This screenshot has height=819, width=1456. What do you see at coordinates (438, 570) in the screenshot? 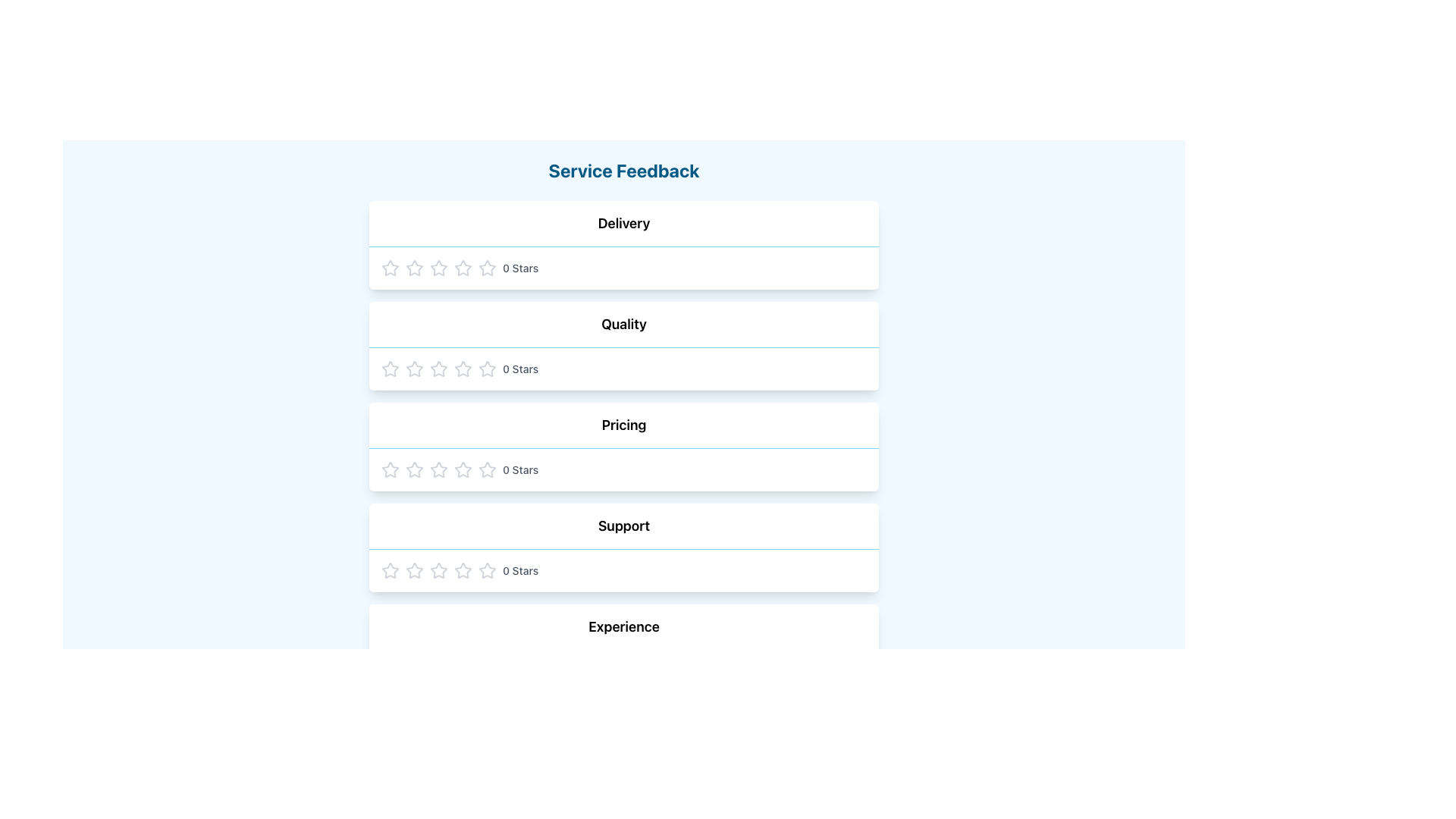
I see `the first star in the 'Support' rating section to indicate interactivity` at bounding box center [438, 570].